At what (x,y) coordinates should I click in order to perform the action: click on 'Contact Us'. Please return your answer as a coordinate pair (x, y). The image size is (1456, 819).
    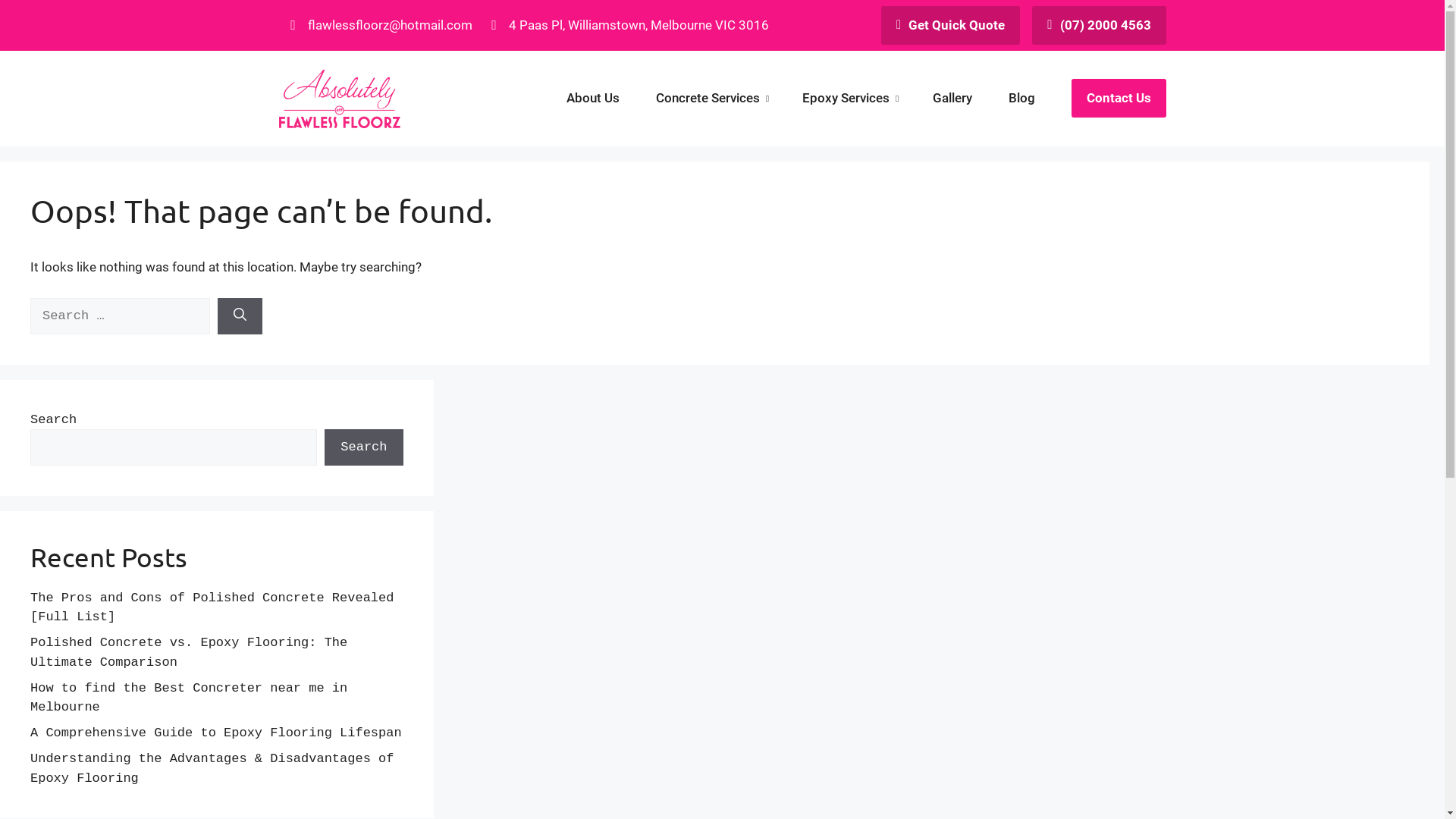
    Looking at the image, I should click on (1118, 97).